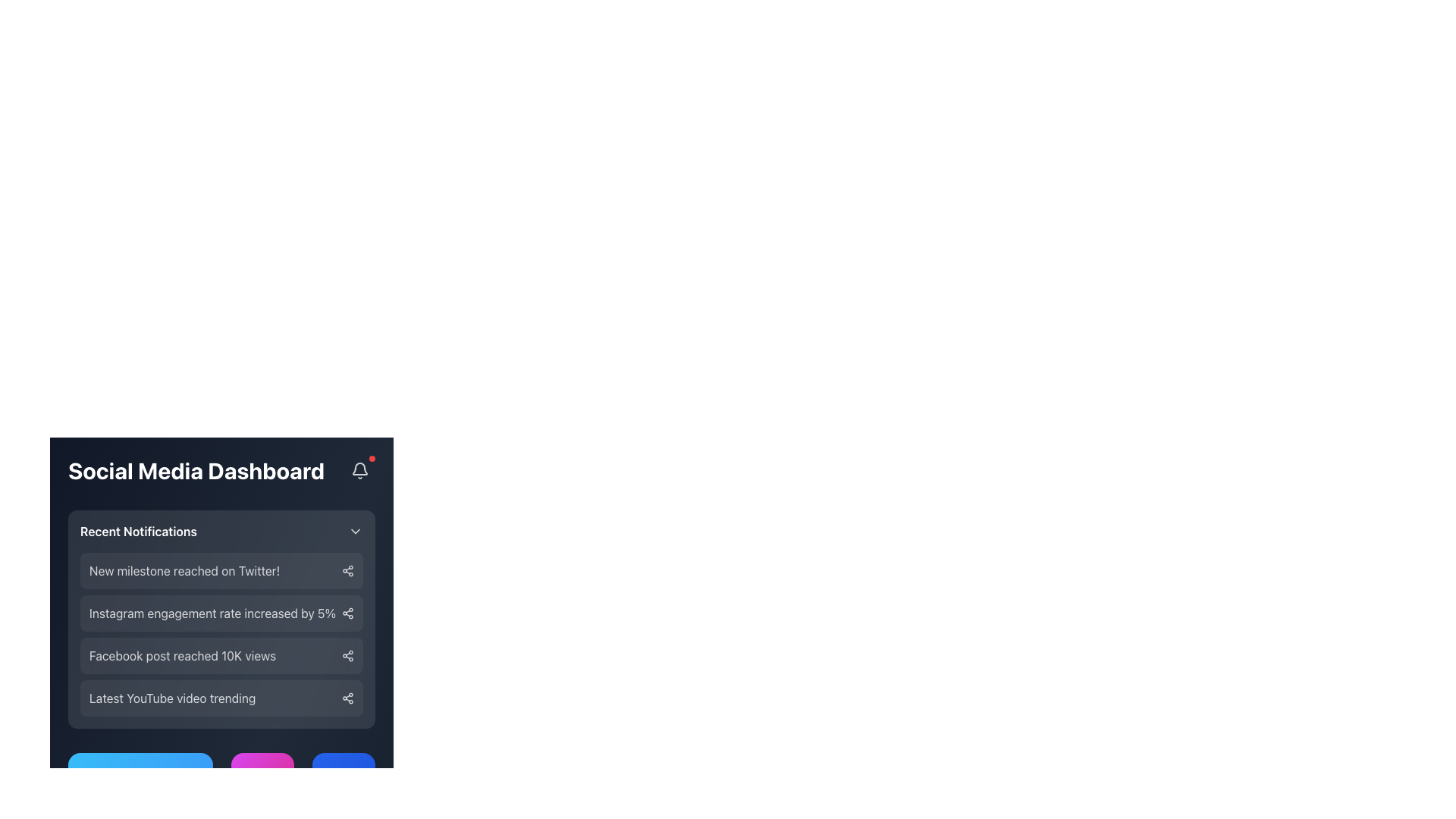 This screenshot has height=819, width=1456. What do you see at coordinates (221, 654) in the screenshot?
I see `notification text from the Notification card that states 'Facebook post reached 10K views', which is the third item in the Recent Notifications section` at bounding box center [221, 654].